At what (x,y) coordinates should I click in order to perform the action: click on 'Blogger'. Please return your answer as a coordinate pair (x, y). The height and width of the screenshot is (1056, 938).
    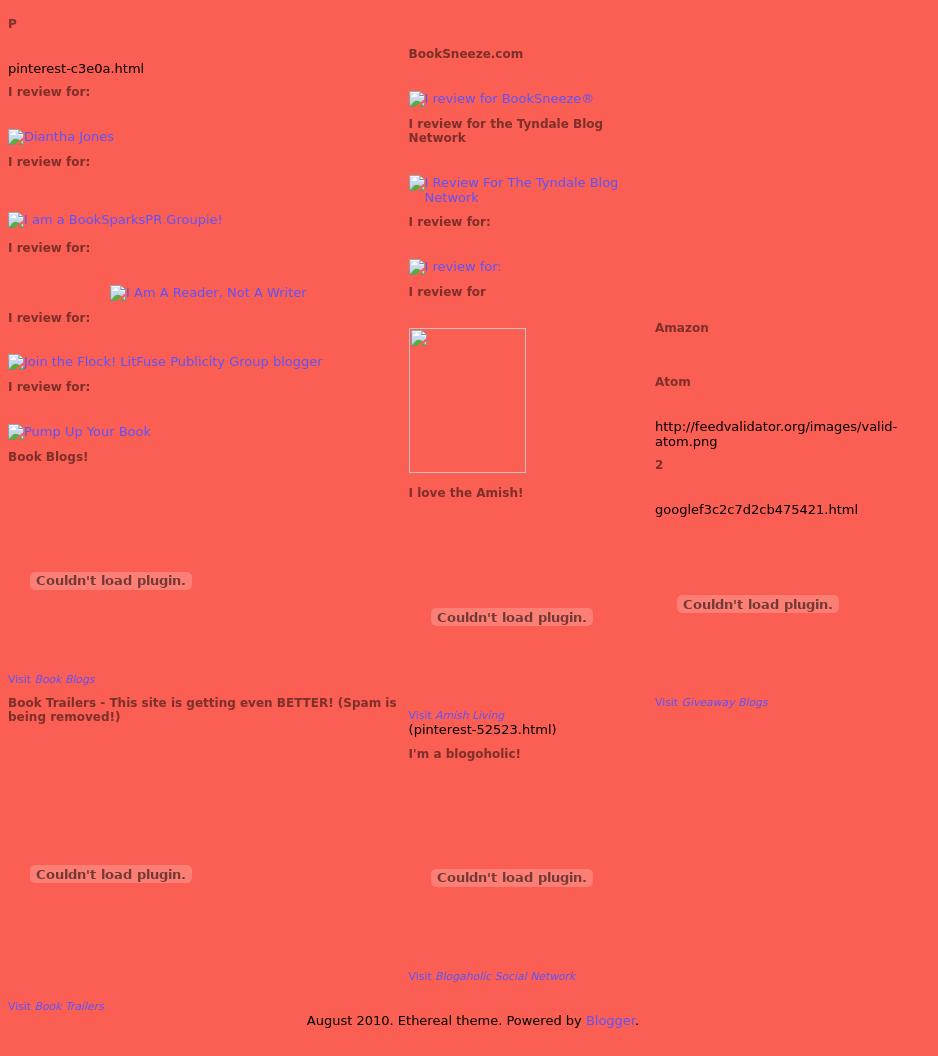
    Looking at the image, I should click on (584, 1019).